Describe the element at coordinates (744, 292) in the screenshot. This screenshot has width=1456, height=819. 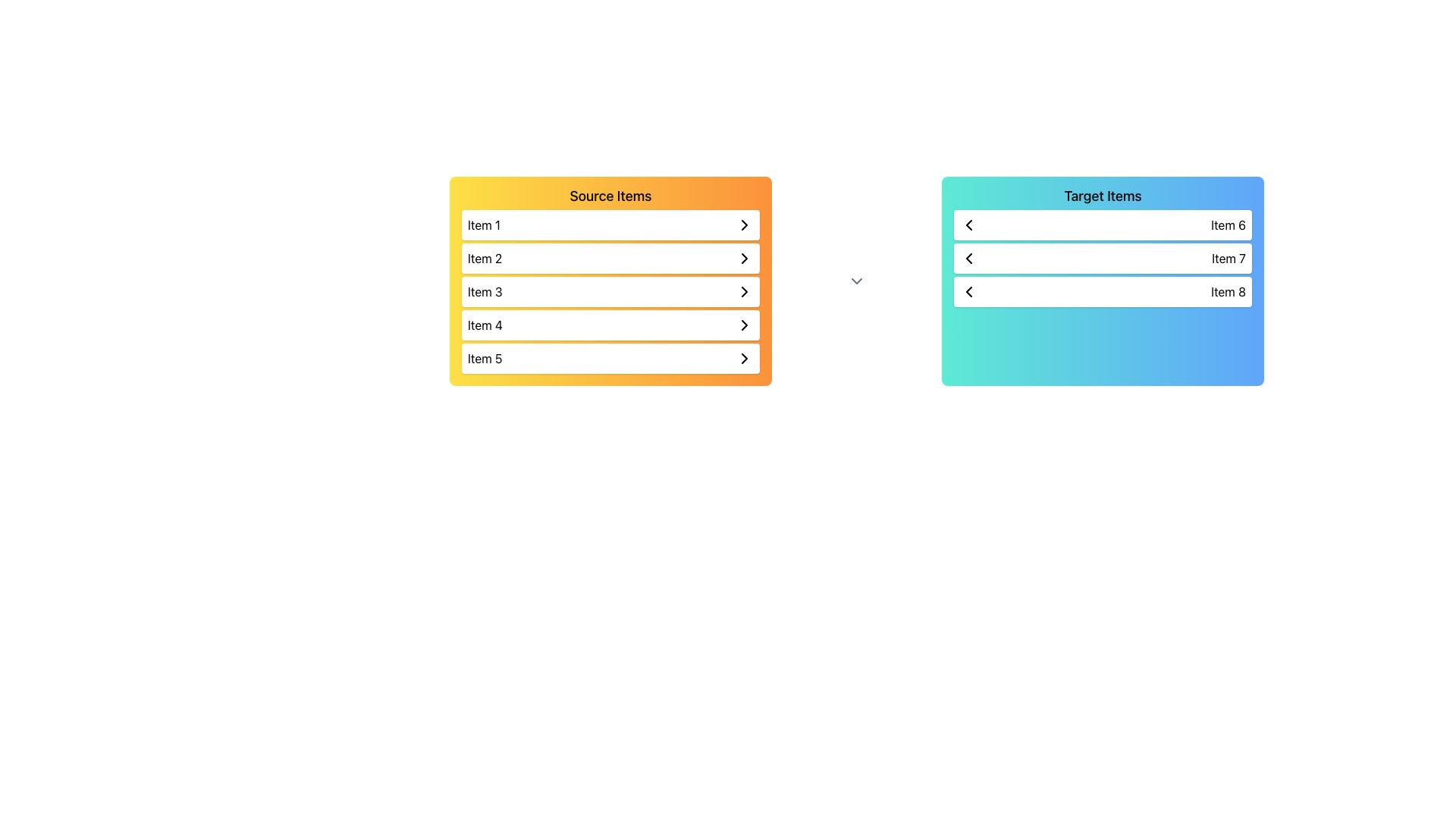
I see `the rightward-facing chevron arrow icon in the 'Item 3' row of the 'Source Items' list` at that location.